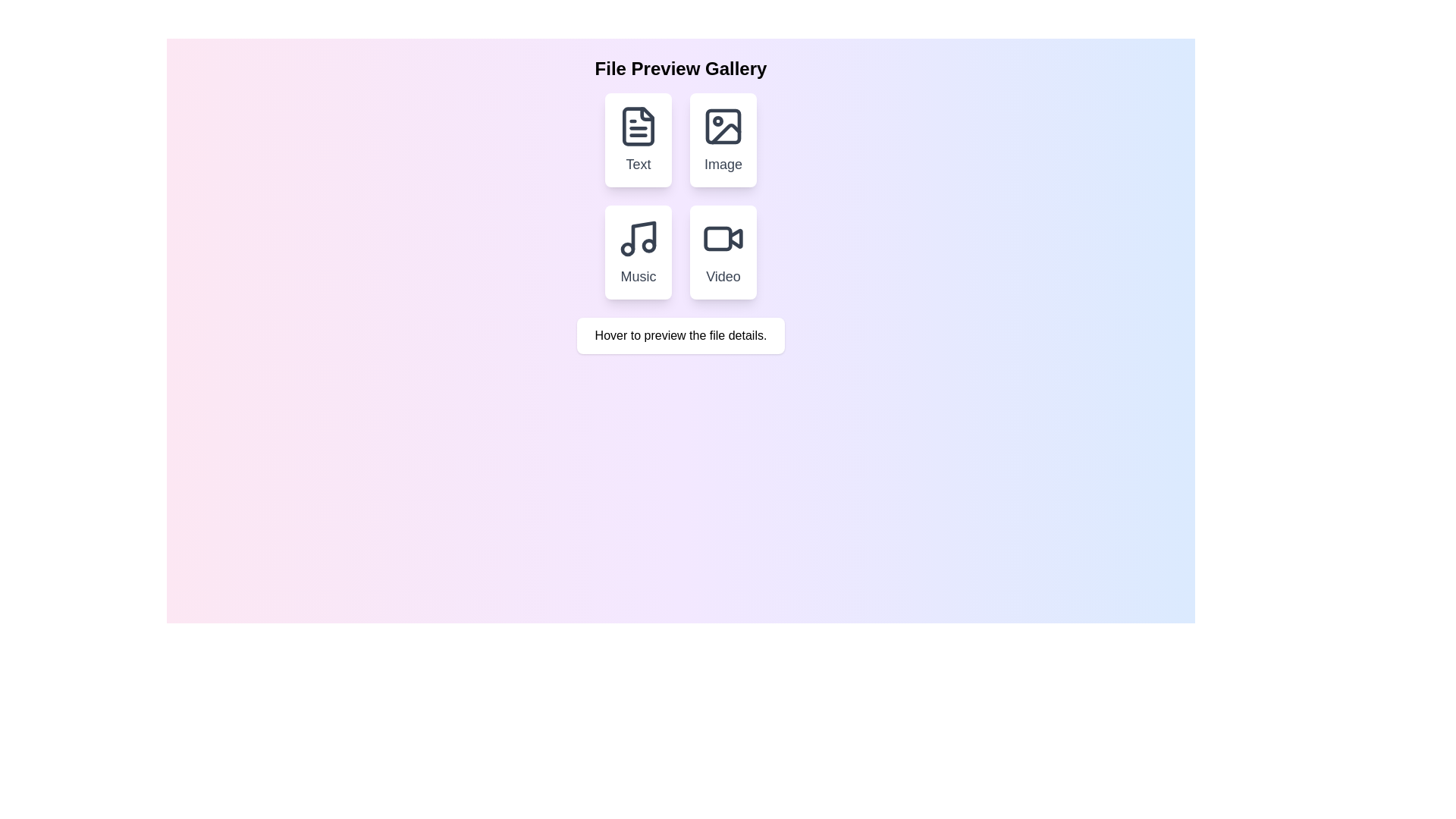 The height and width of the screenshot is (819, 1456). Describe the element at coordinates (638, 125) in the screenshot. I see `the document icon with lines indicating text, which is the top-left icon in the 'File Preview Gallery' under the card labeled 'Text'` at that location.